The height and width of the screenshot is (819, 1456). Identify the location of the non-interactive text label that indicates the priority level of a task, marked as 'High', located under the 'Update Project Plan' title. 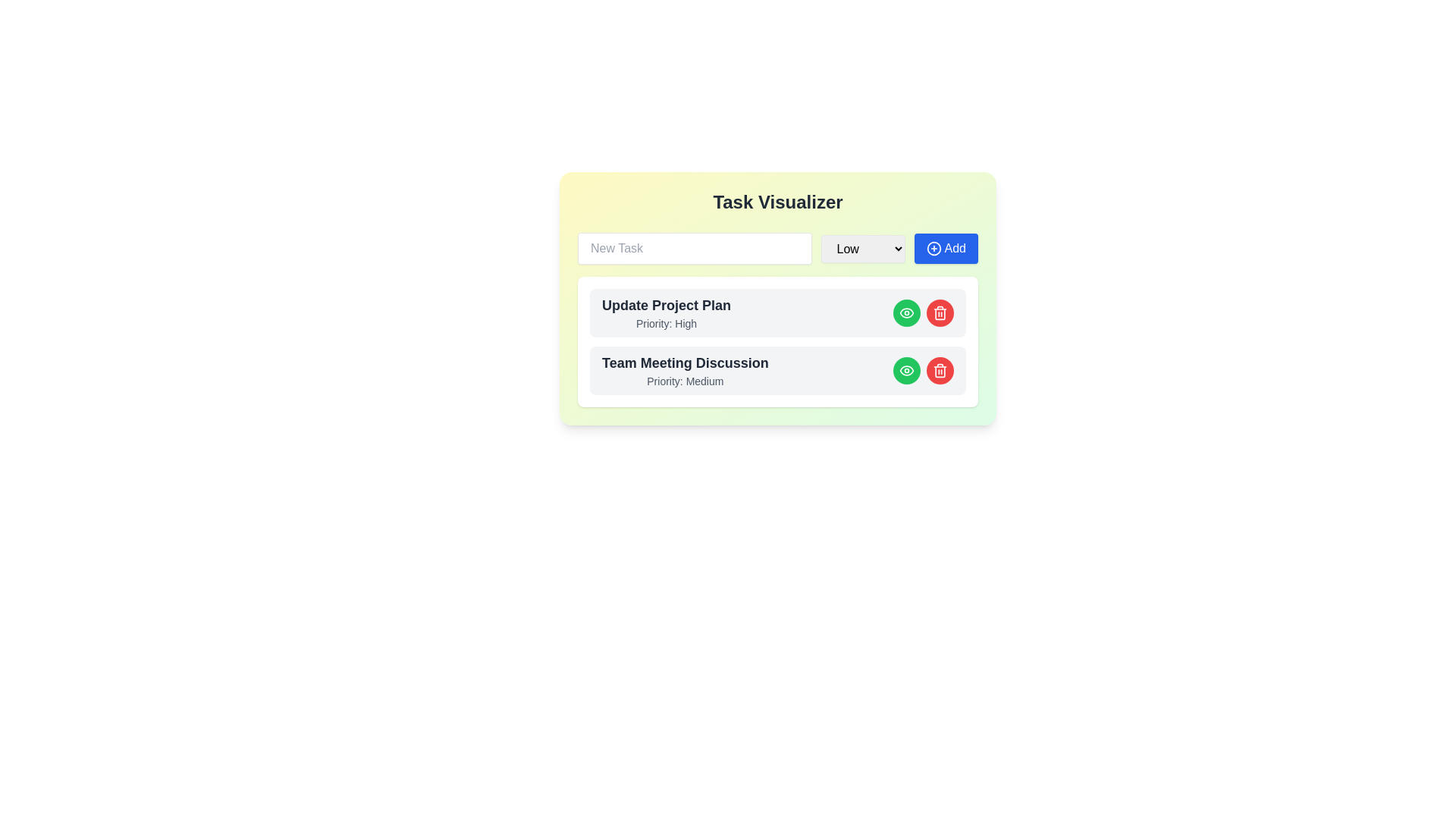
(666, 323).